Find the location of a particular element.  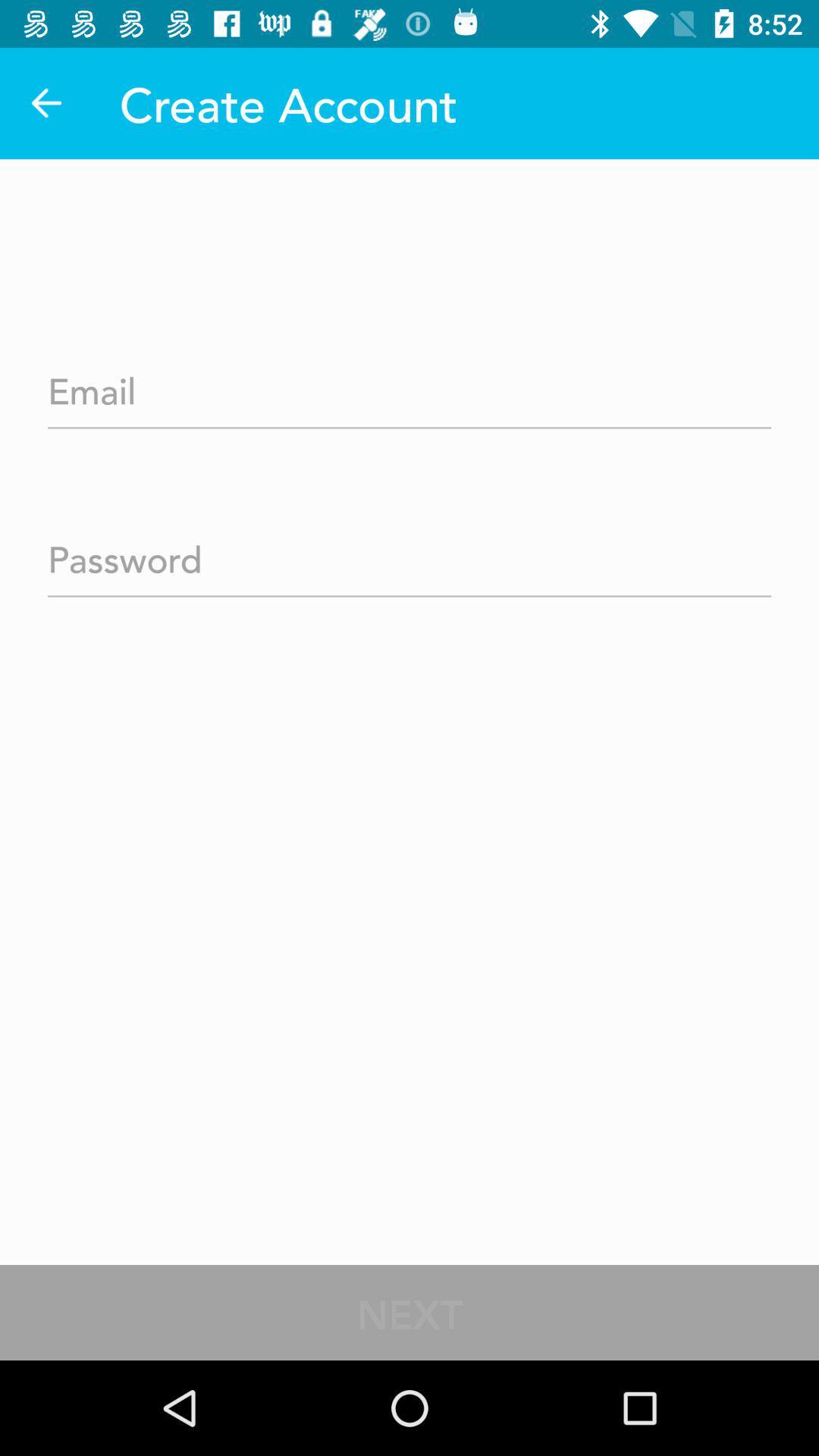

your email is located at coordinates (409, 386).